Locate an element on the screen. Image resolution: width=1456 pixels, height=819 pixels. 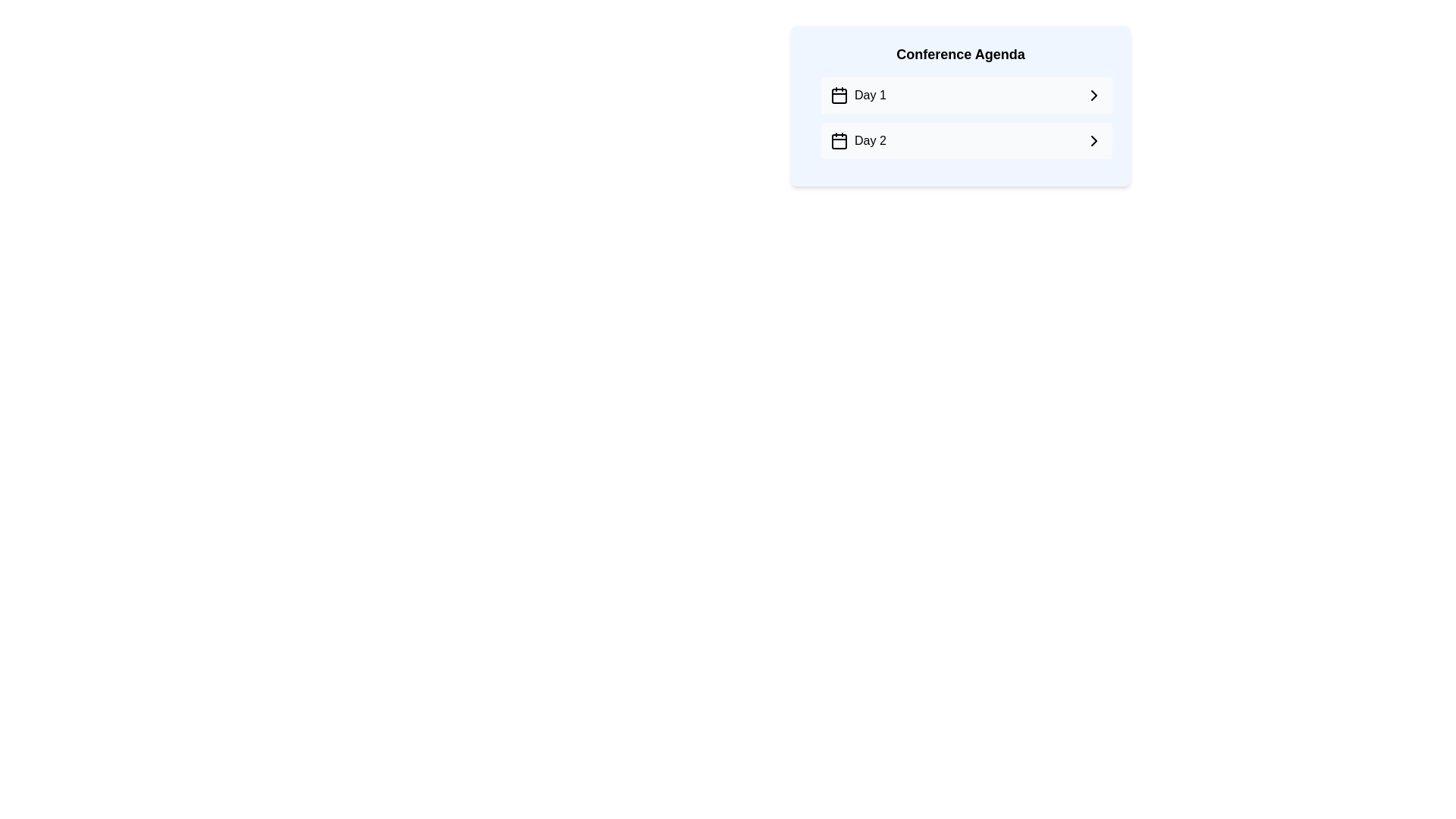
the list item labeled 'Day 1' which contains a calendar icon and is styled in a softly rounded rectangle is located at coordinates (858, 96).